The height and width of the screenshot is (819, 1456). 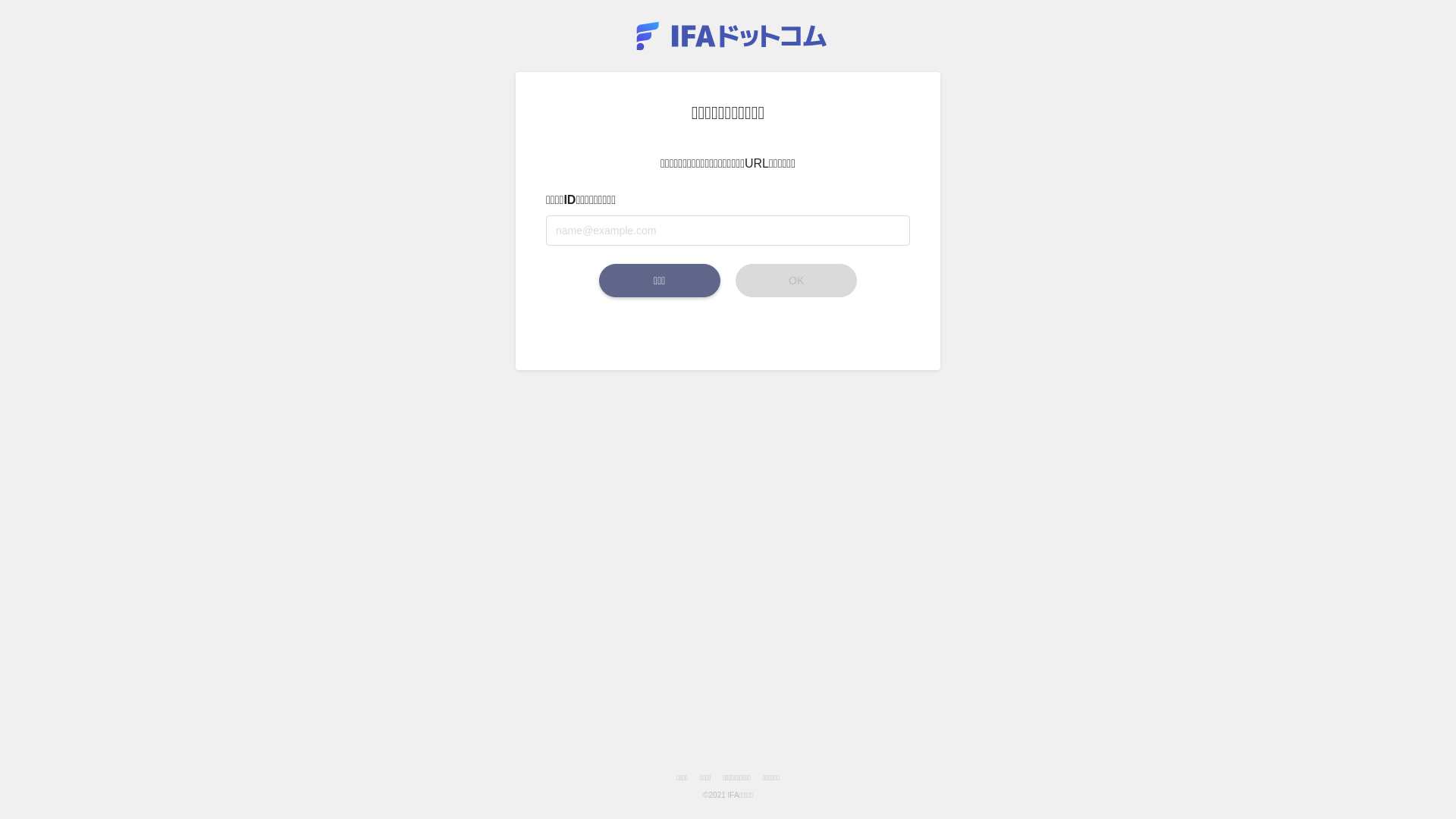 What do you see at coordinates (795, 281) in the screenshot?
I see `'OK'` at bounding box center [795, 281].